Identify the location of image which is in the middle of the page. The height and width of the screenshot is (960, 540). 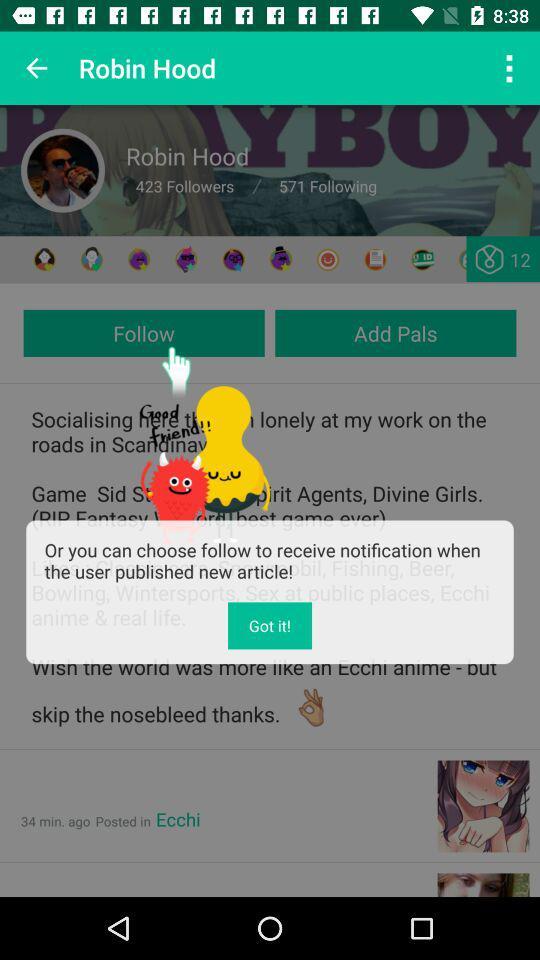
(203, 444).